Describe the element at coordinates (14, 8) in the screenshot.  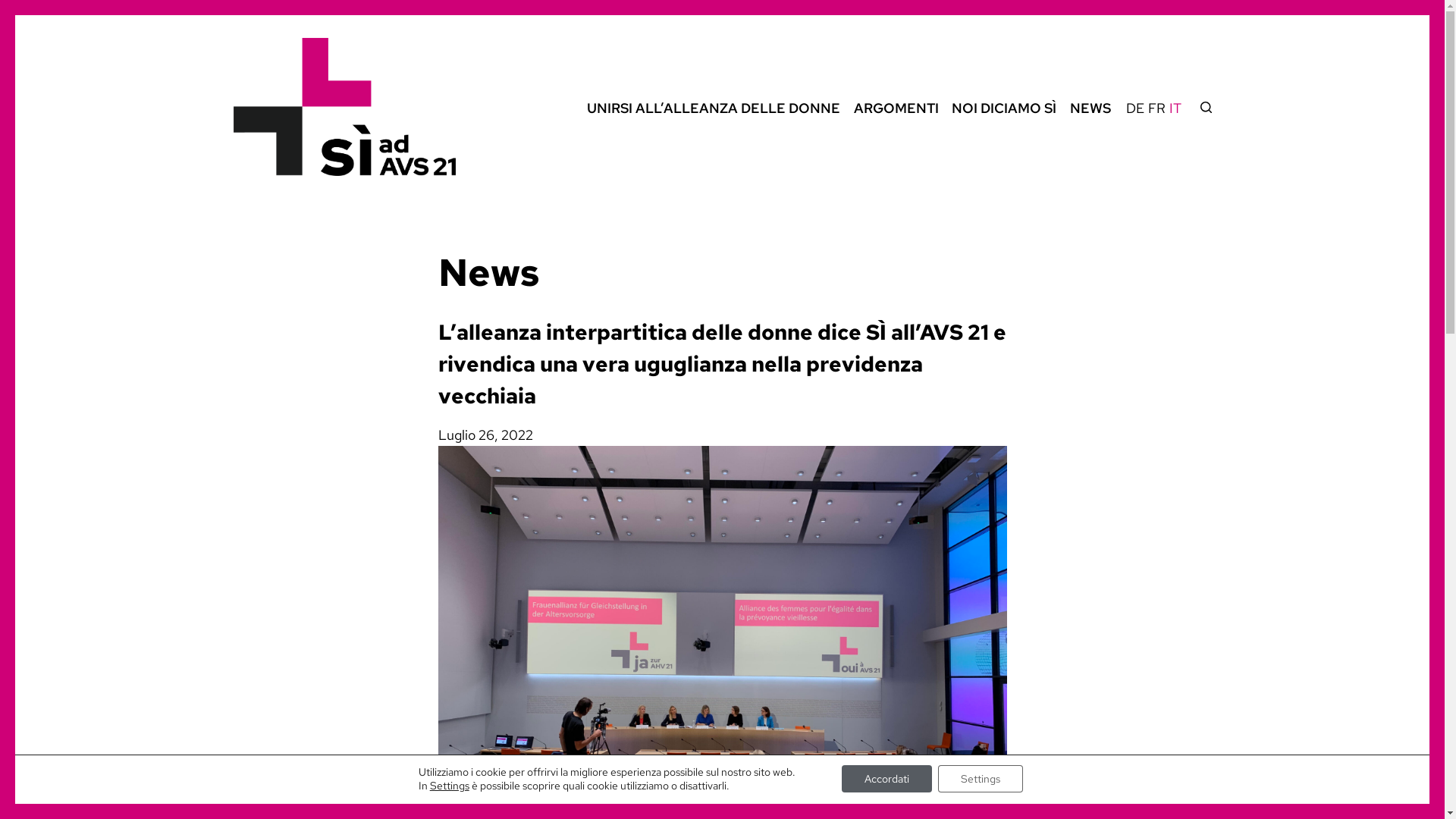
I see `'Skip to content'` at that location.